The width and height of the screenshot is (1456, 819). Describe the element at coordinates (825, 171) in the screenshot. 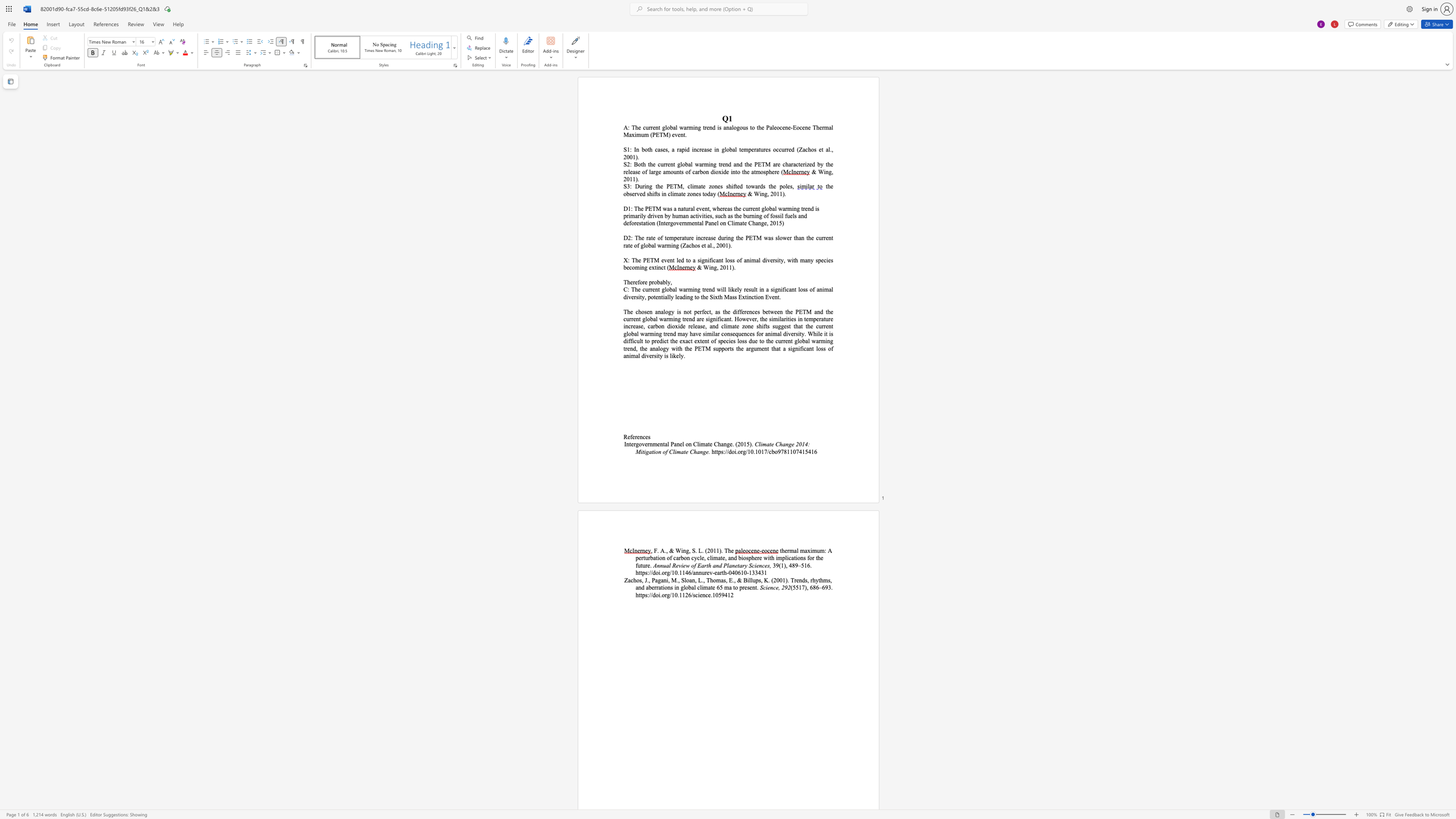

I see `the subset text "ng, 20" within the text "& Wing, 2011)."` at that location.